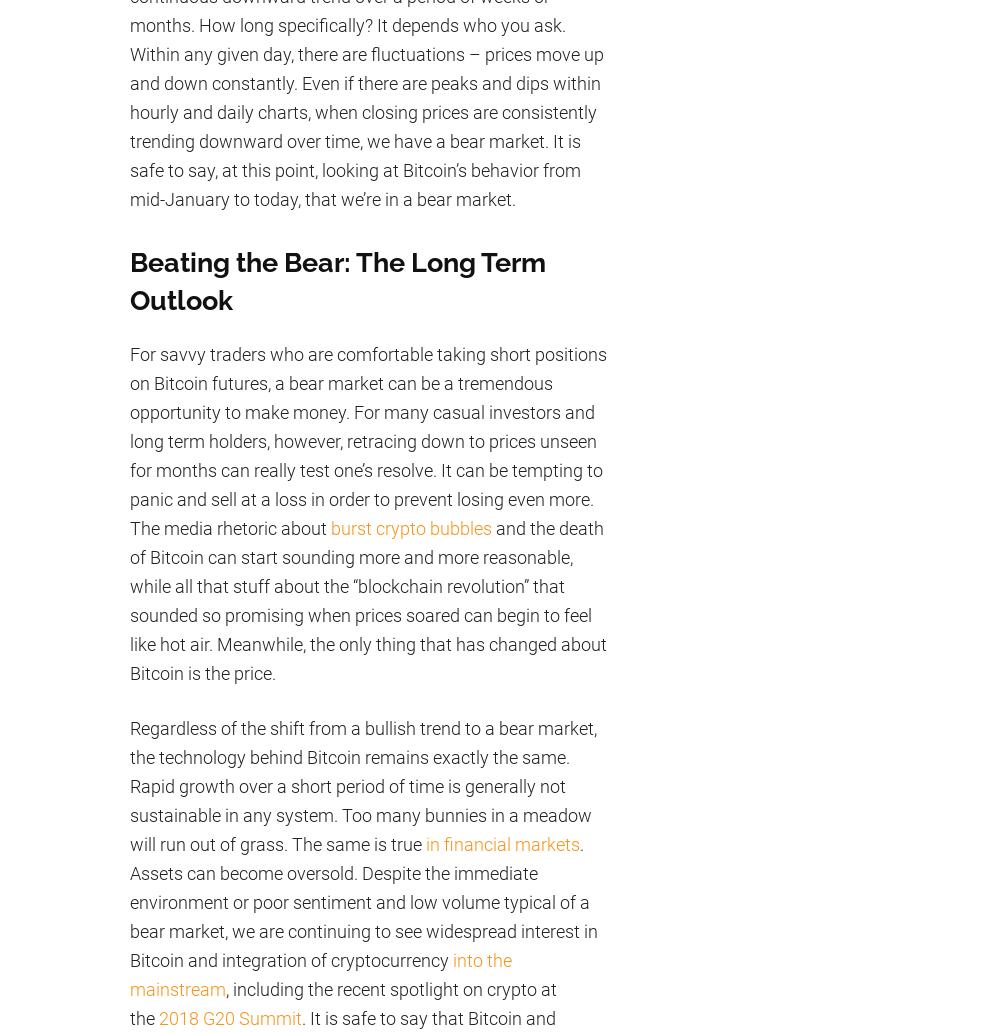 Image resolution: width=1000 pixels, height=1033 pixels. Describe the element at coordinates (411, 526) in the screenshot. I see `'burst crypto bubbles'` at that location.